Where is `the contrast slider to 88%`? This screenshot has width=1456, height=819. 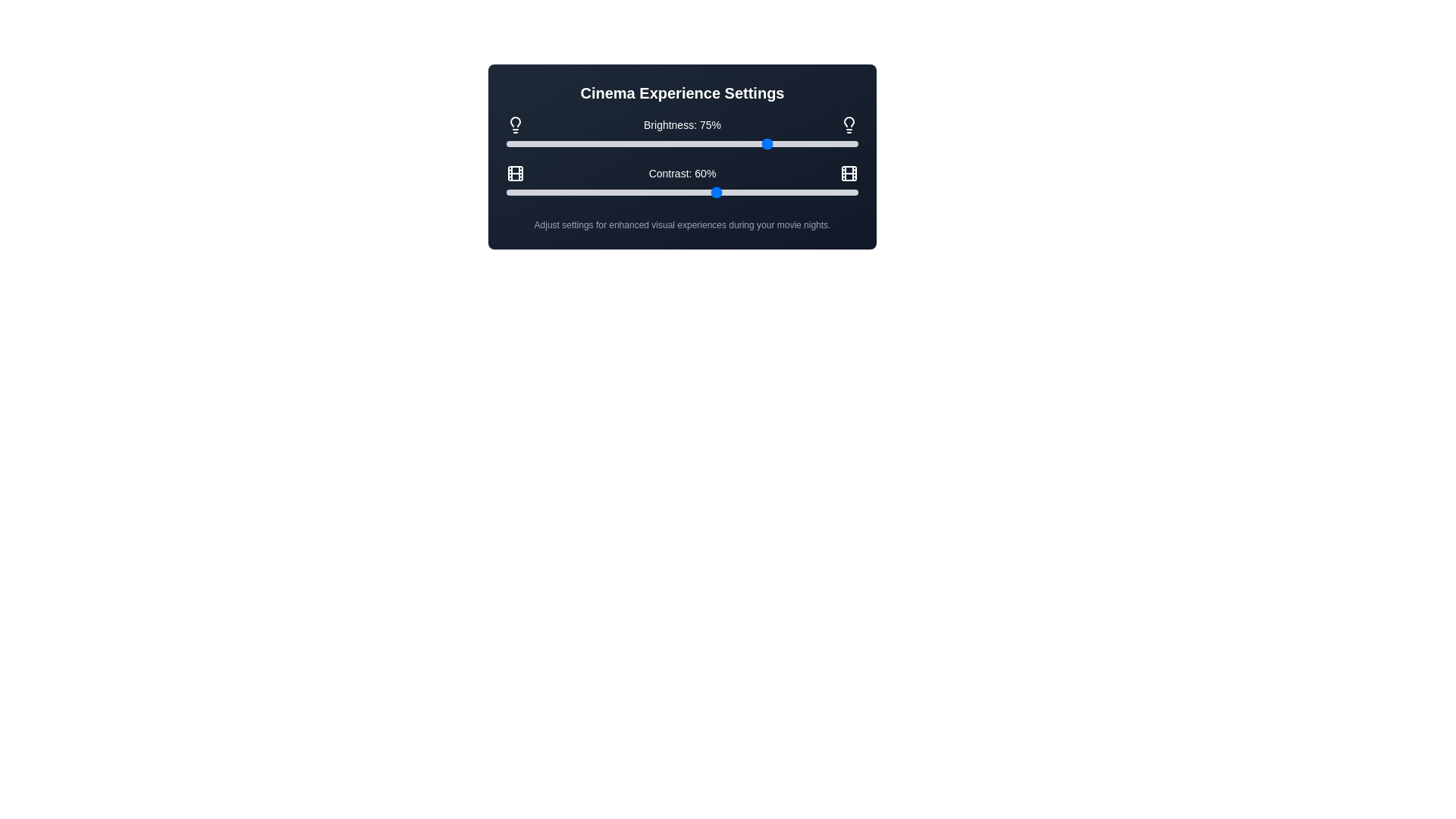
the contrast slider to 88% is located at coordinates (815, 192).